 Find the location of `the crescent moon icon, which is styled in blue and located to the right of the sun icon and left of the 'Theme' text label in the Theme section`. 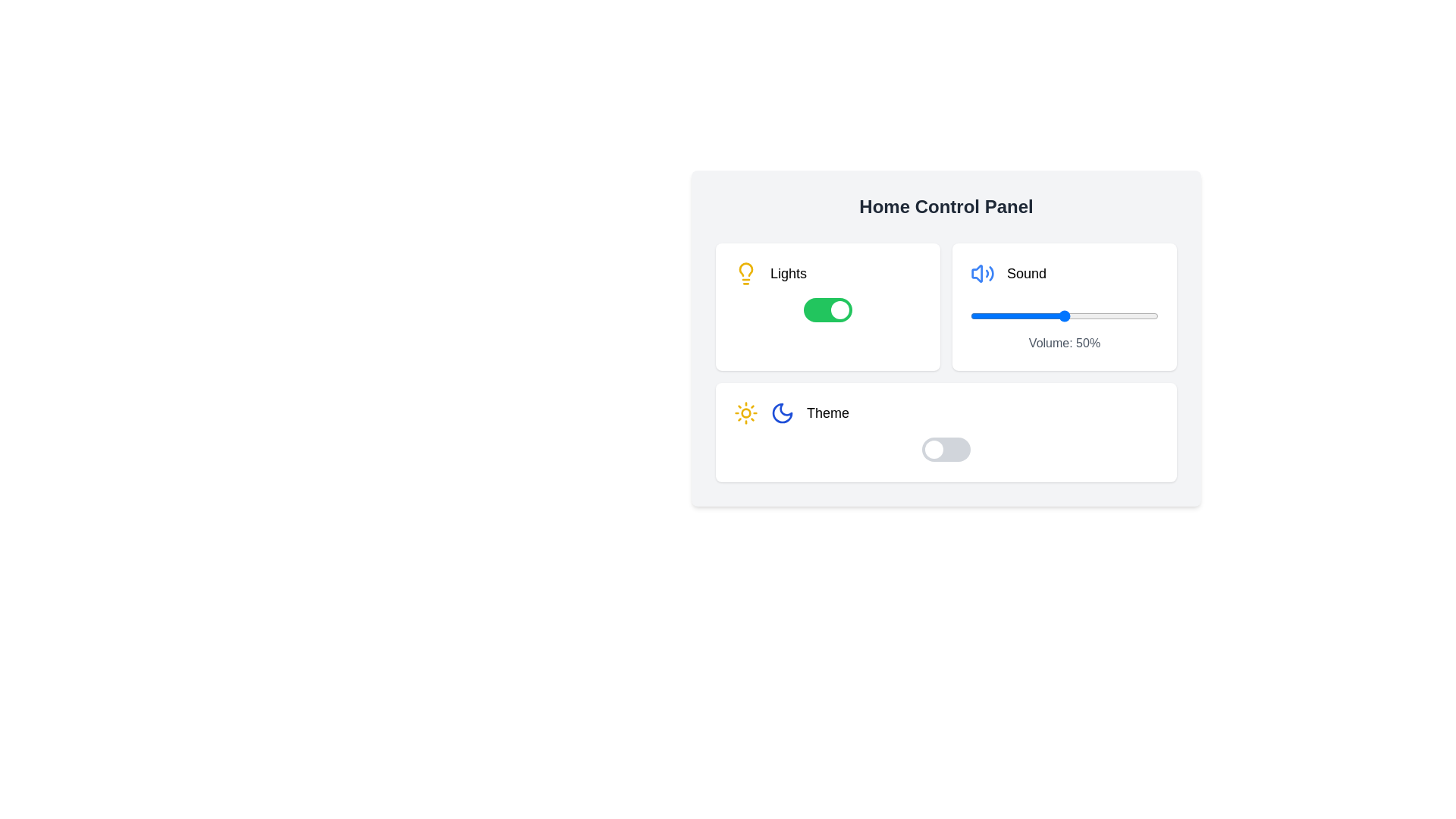

the crescent moon icon, which is styled in blue and located to the right of the sun icon and left of the 'Theme' text label in the Theme section is located at coordinates (783, 413).